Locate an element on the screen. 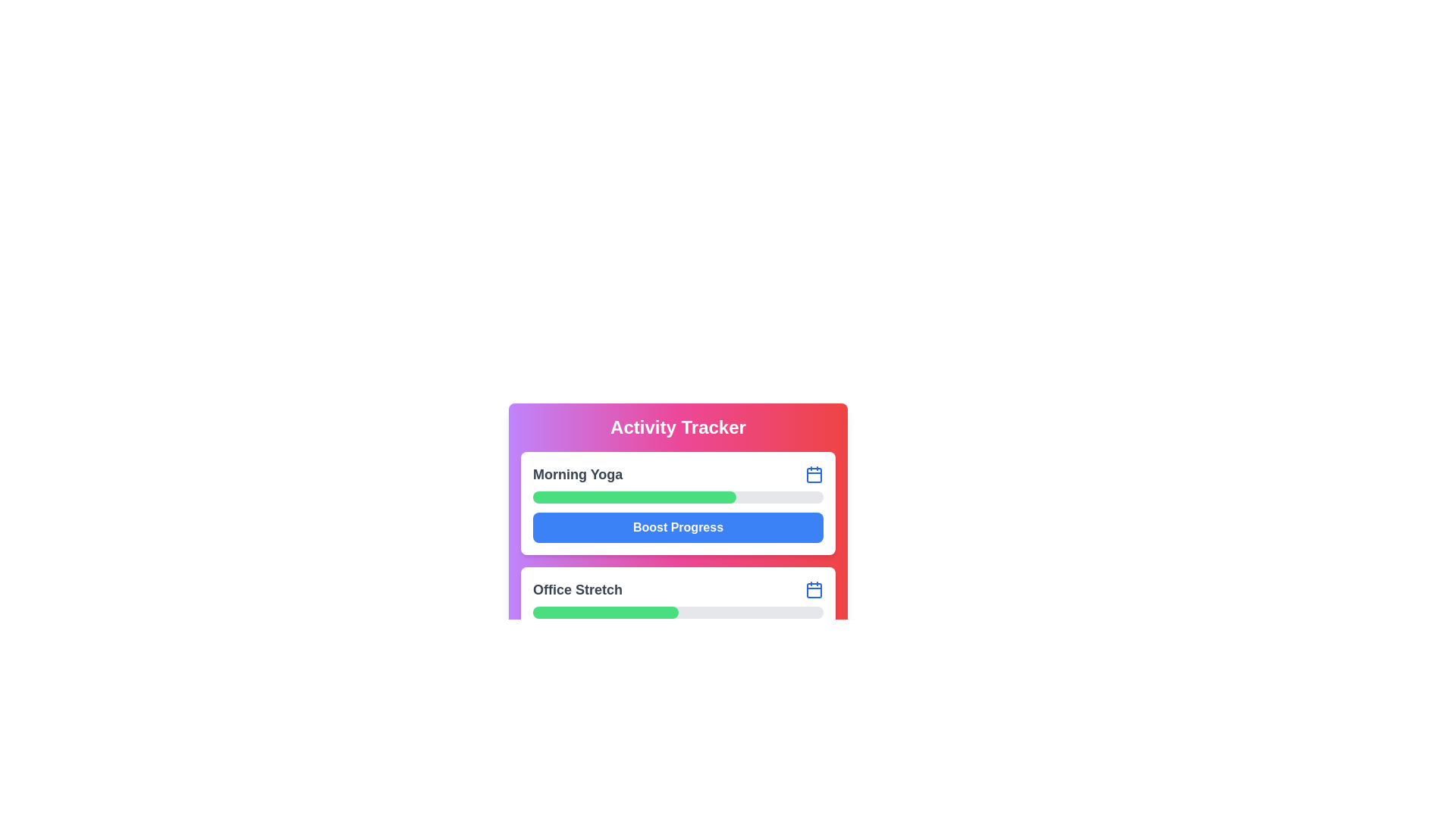  the green progress bar fill representing 60% of the progress in the 'Activity Tracker' interface under the 'Office Stretch' activity is located at coordinates (620, 727).